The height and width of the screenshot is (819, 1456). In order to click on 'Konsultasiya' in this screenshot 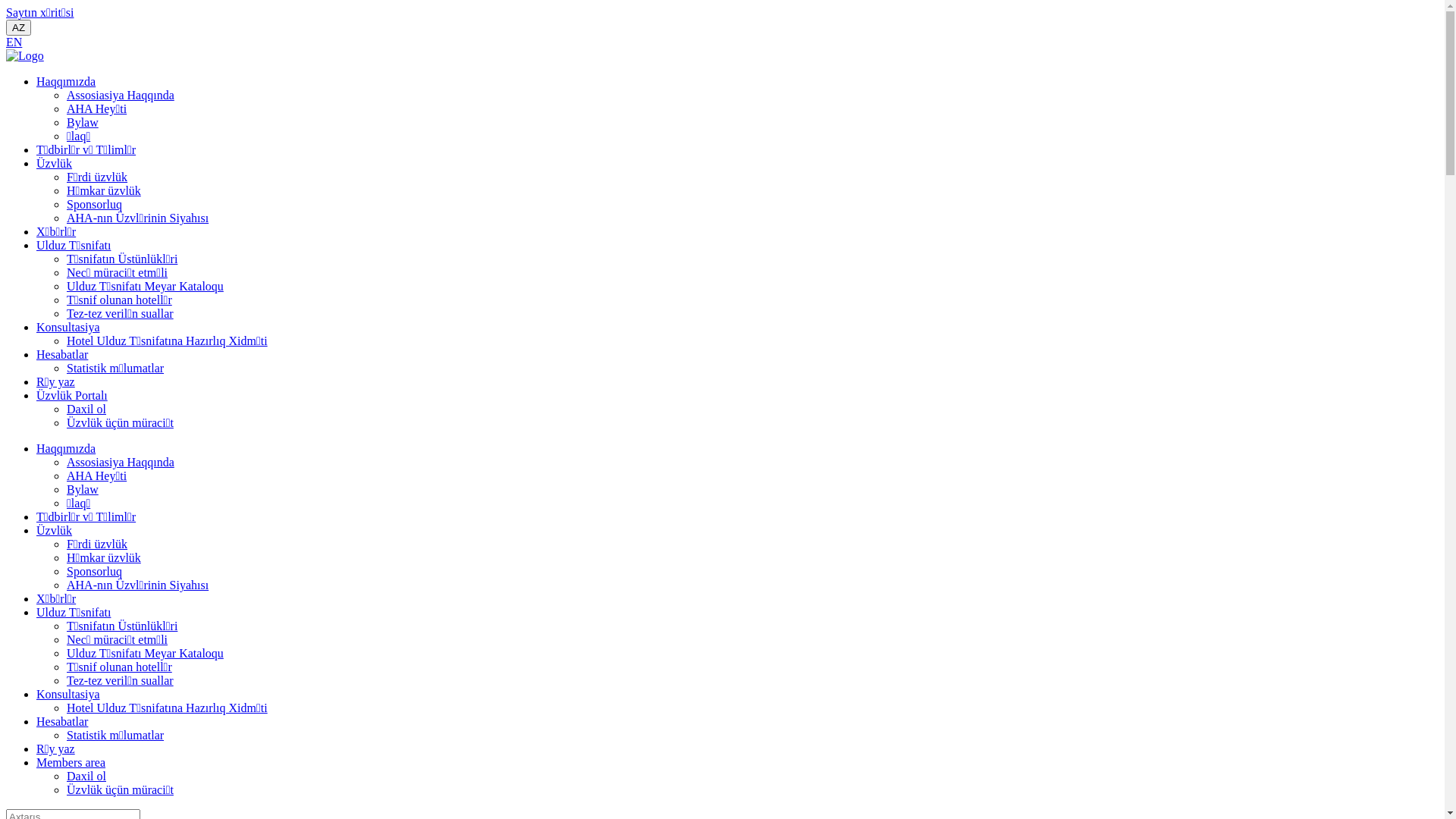, I will do `click(36, 326)`.